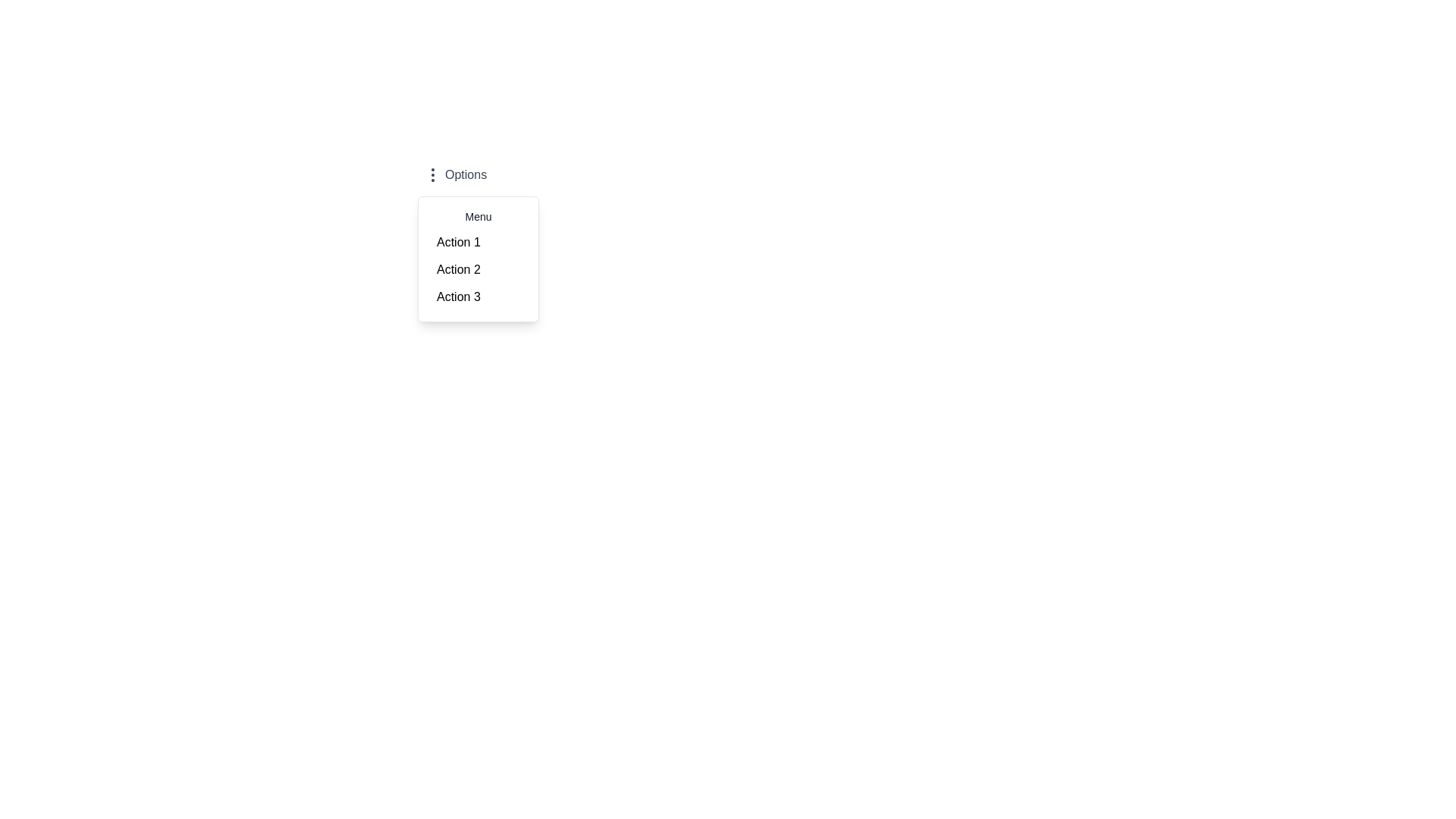 This screenshot has height=819, width=1456. Describe the element at coordinates (477, 297) in the screenshot. I see `the button labeled 'Action 3' with a rounded border located at the bottom of a vertical list of options` at that location.